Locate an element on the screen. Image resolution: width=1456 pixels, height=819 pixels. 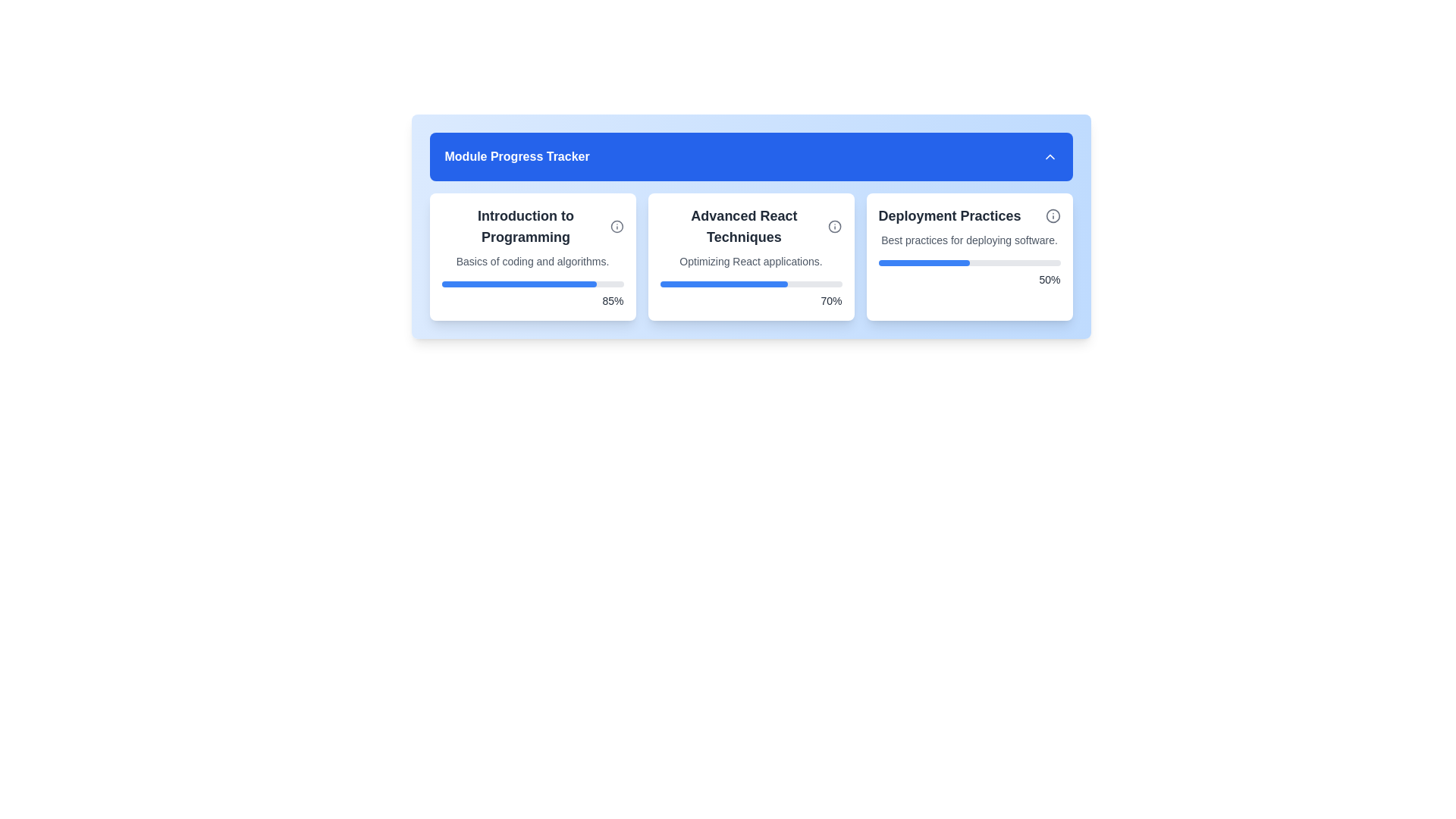
the title text label located at the top of the first module card in the 'Module Progress Tracker' section to focus on it is located at coordinates (532, 227).